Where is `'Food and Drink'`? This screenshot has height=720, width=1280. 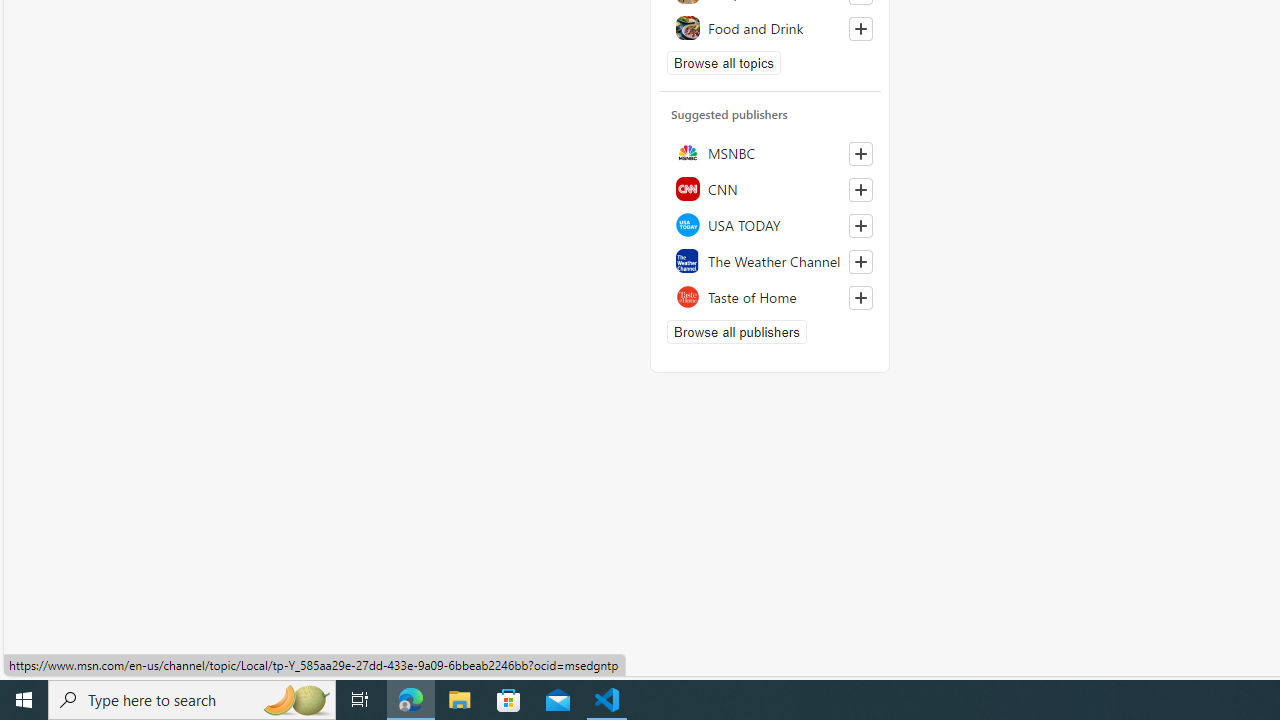
'Food and Drink' is located at coordinates (769, 27).